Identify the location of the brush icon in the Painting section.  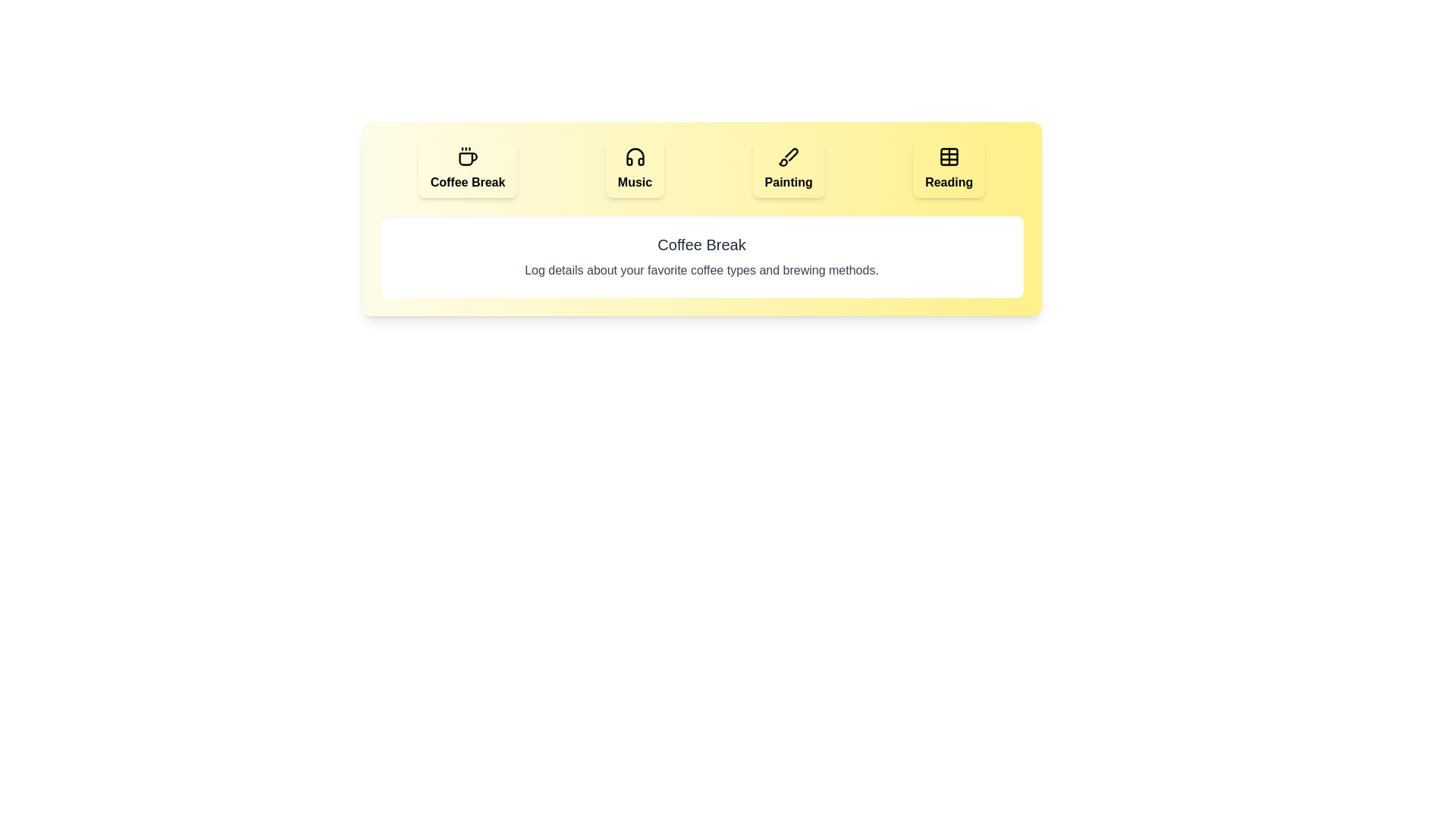
(789, 157).